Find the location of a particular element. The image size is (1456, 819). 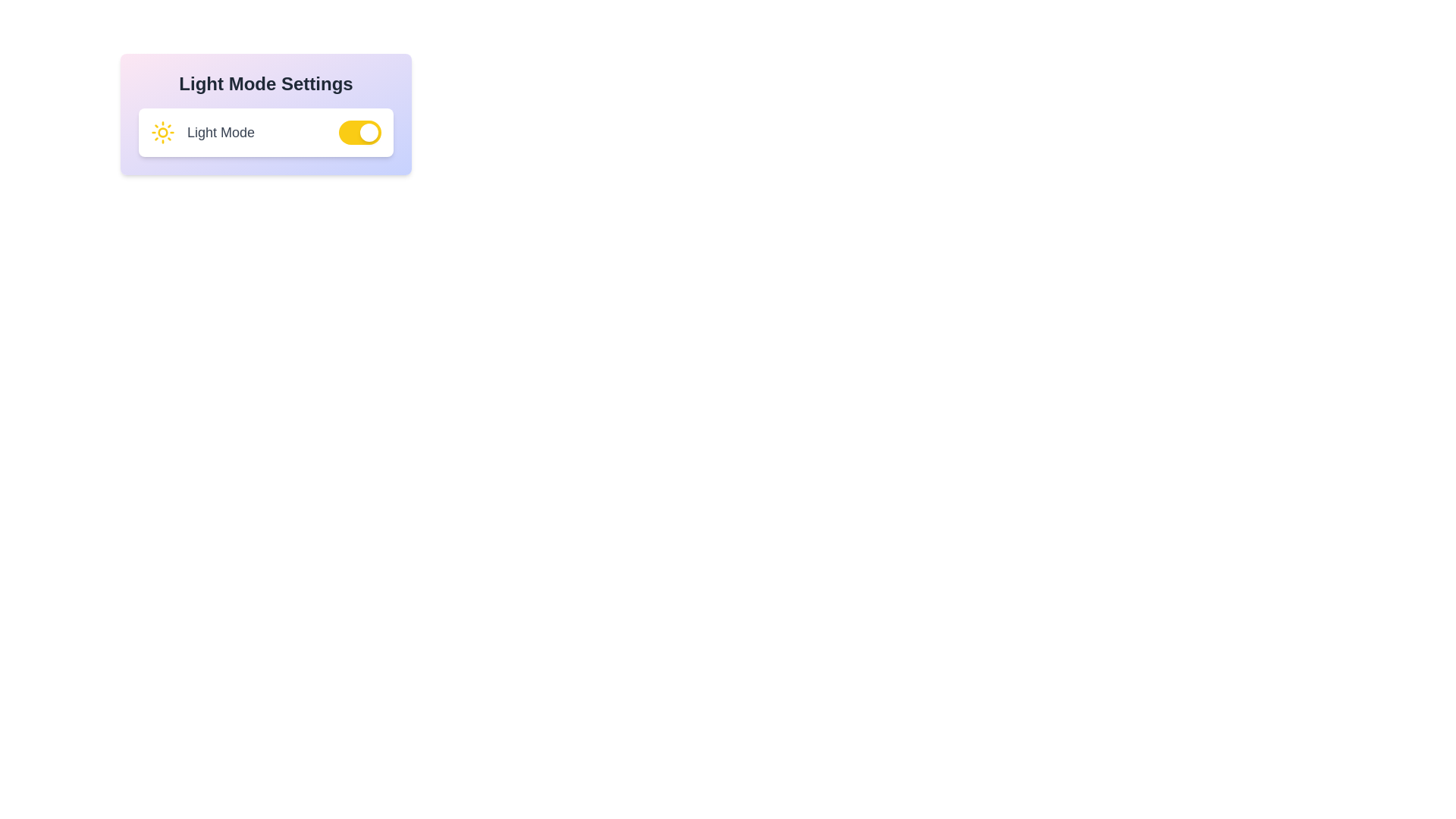

the center of the text 'Light Mode Settings' to highlight it is located at coordinates (265, 84).